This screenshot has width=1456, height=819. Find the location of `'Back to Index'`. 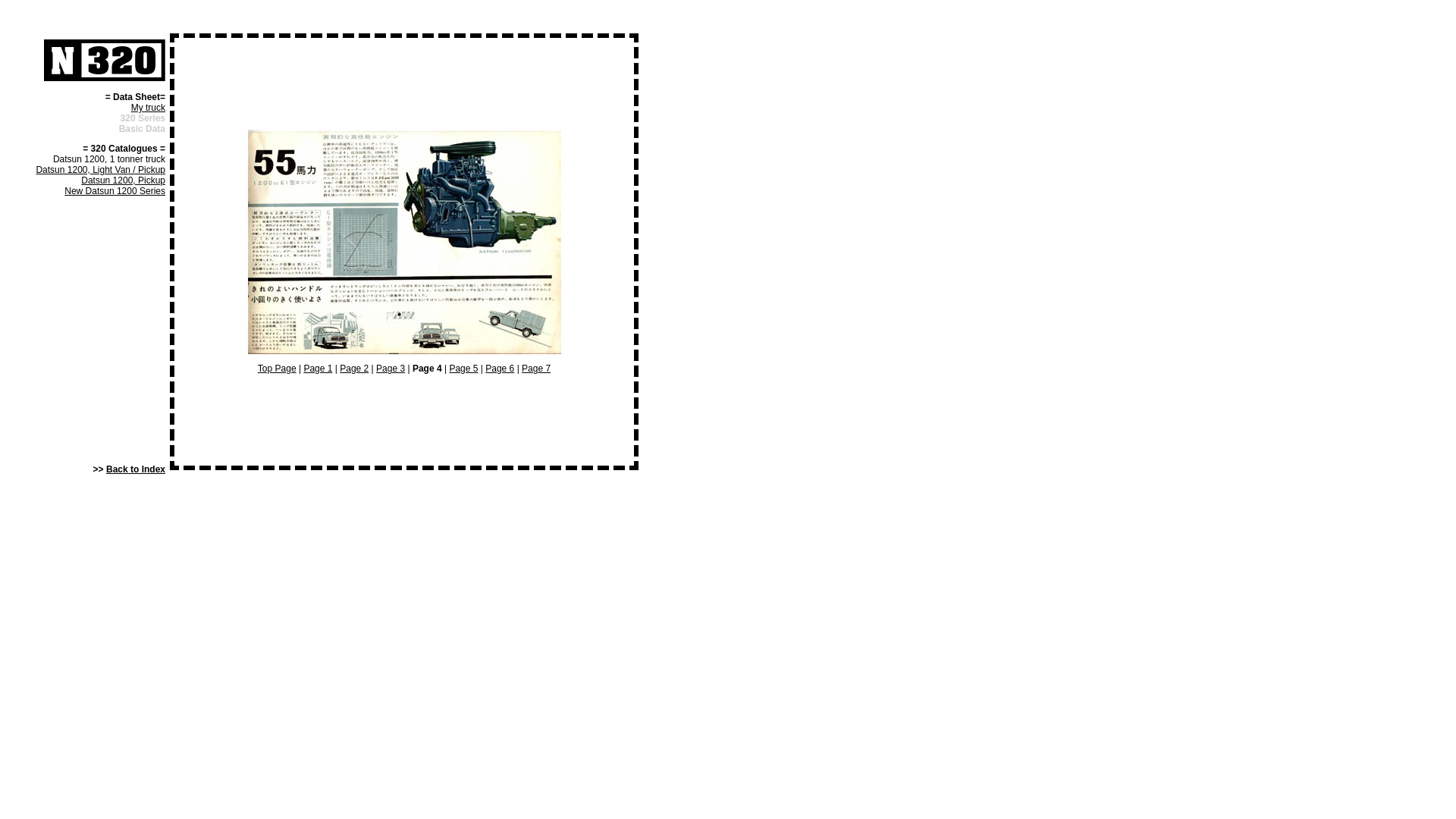

'Back to Index' is located at coordinates (135, 468).